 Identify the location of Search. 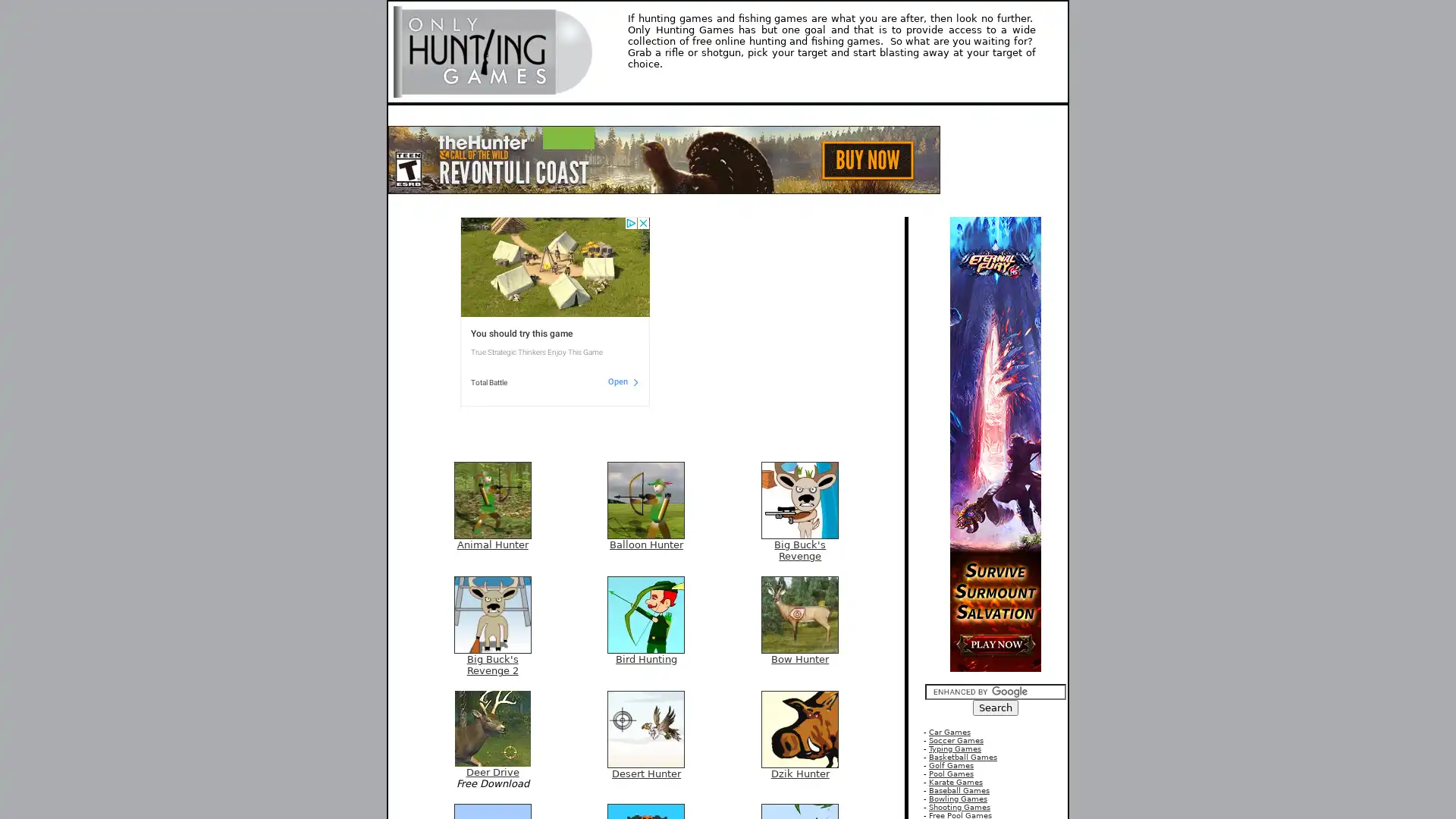
(996, 708).